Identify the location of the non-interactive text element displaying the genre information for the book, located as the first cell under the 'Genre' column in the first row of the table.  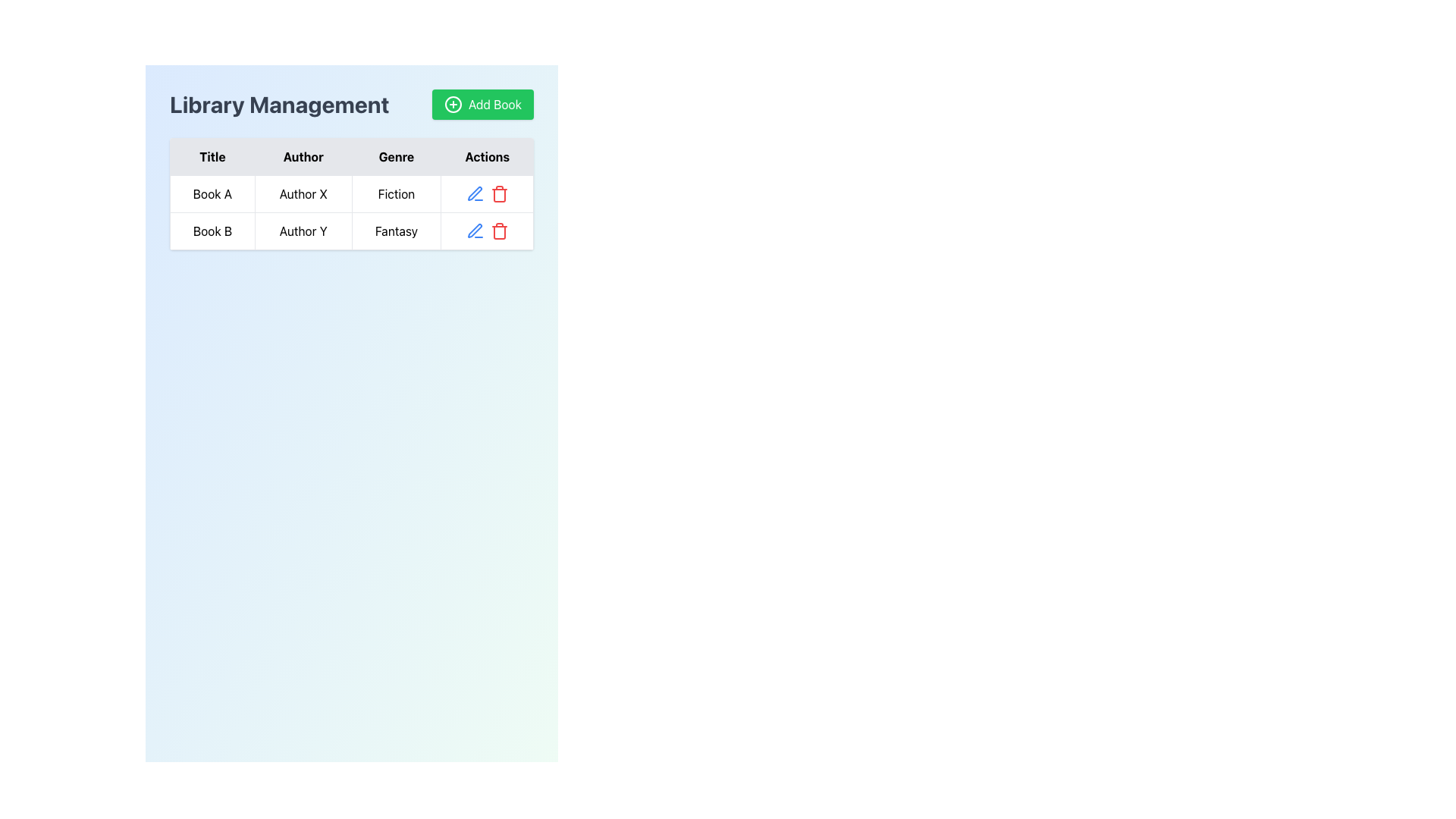
(397, 193).